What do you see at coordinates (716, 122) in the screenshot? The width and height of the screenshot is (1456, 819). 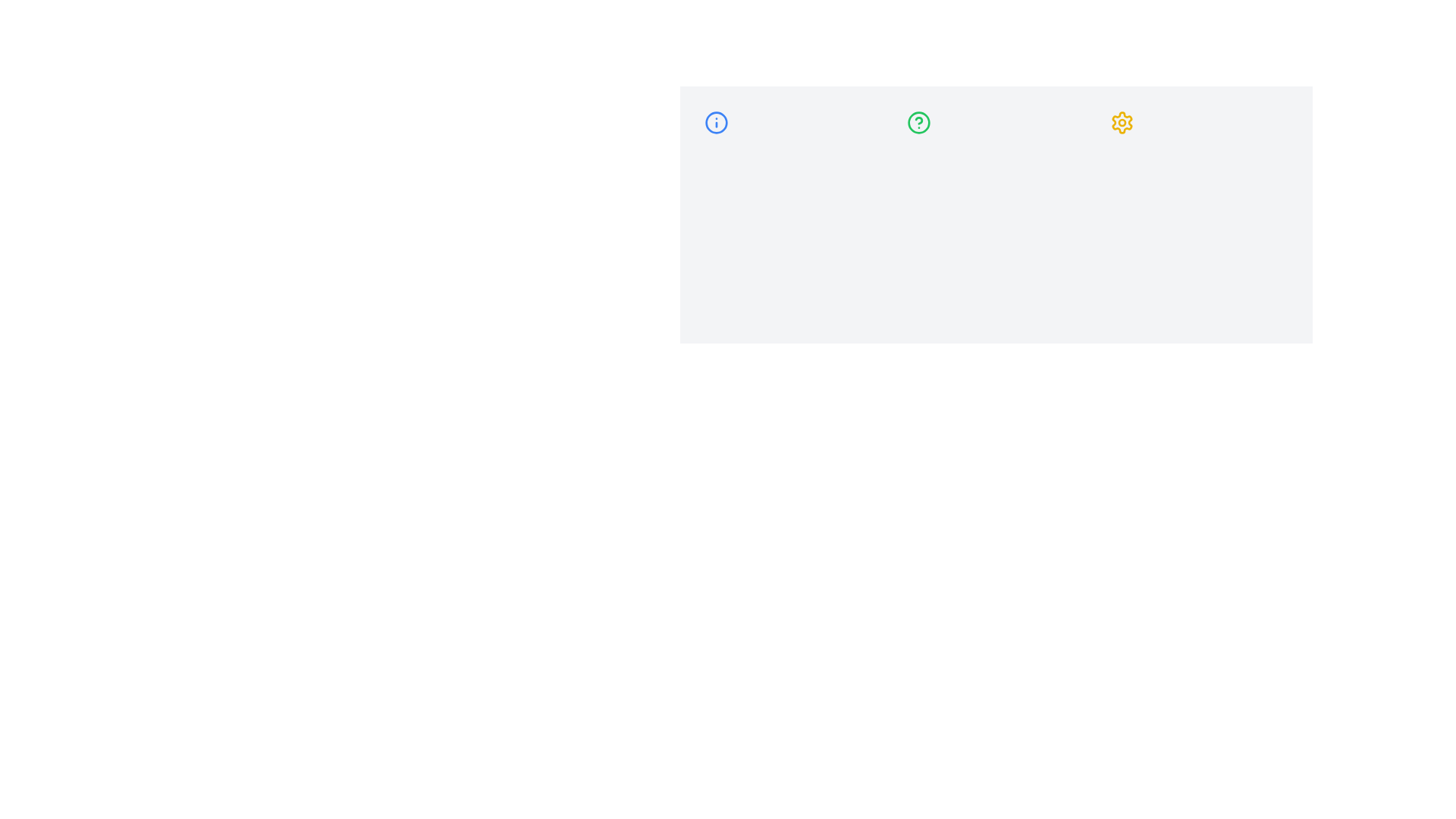 I see `the circular blue information icon with the letter 'i' in the center, located on the upper-left side among three similar icons` at bounding box center [716, 122].